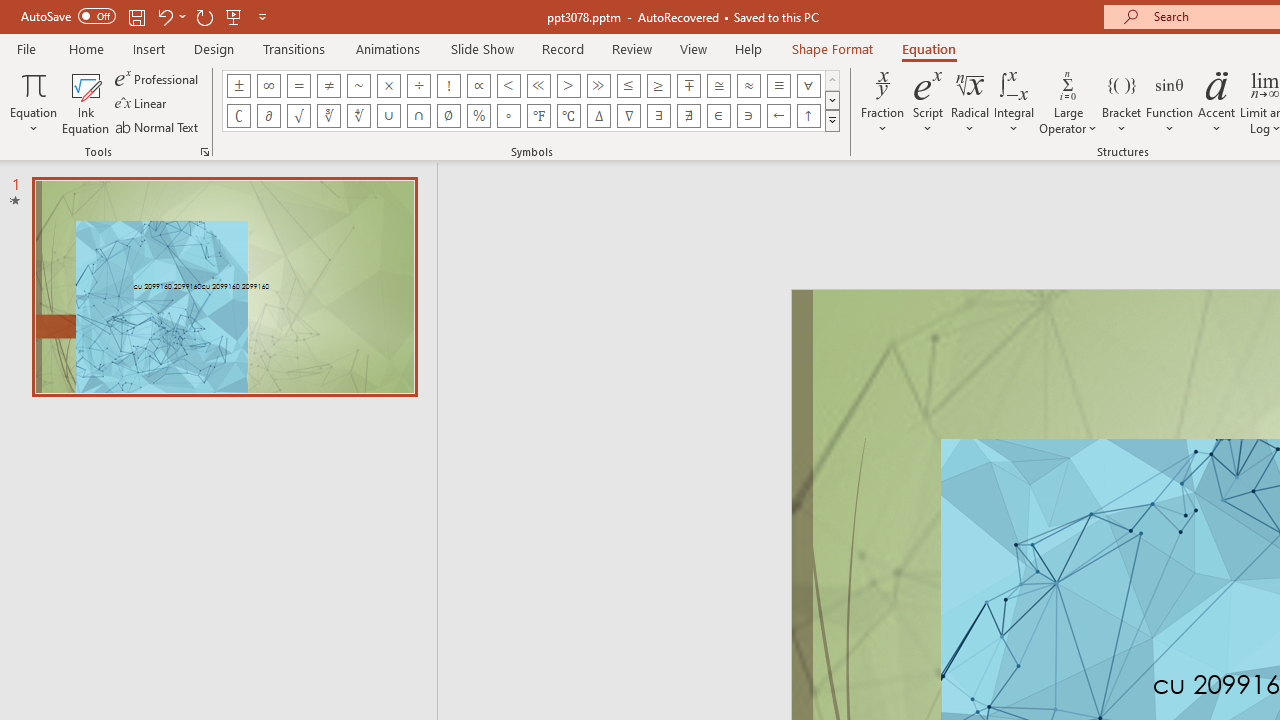 The height and width of the screenshot is (720, 1280). I want to click on 'Equation Symbol Less Than', so click(508, 85).